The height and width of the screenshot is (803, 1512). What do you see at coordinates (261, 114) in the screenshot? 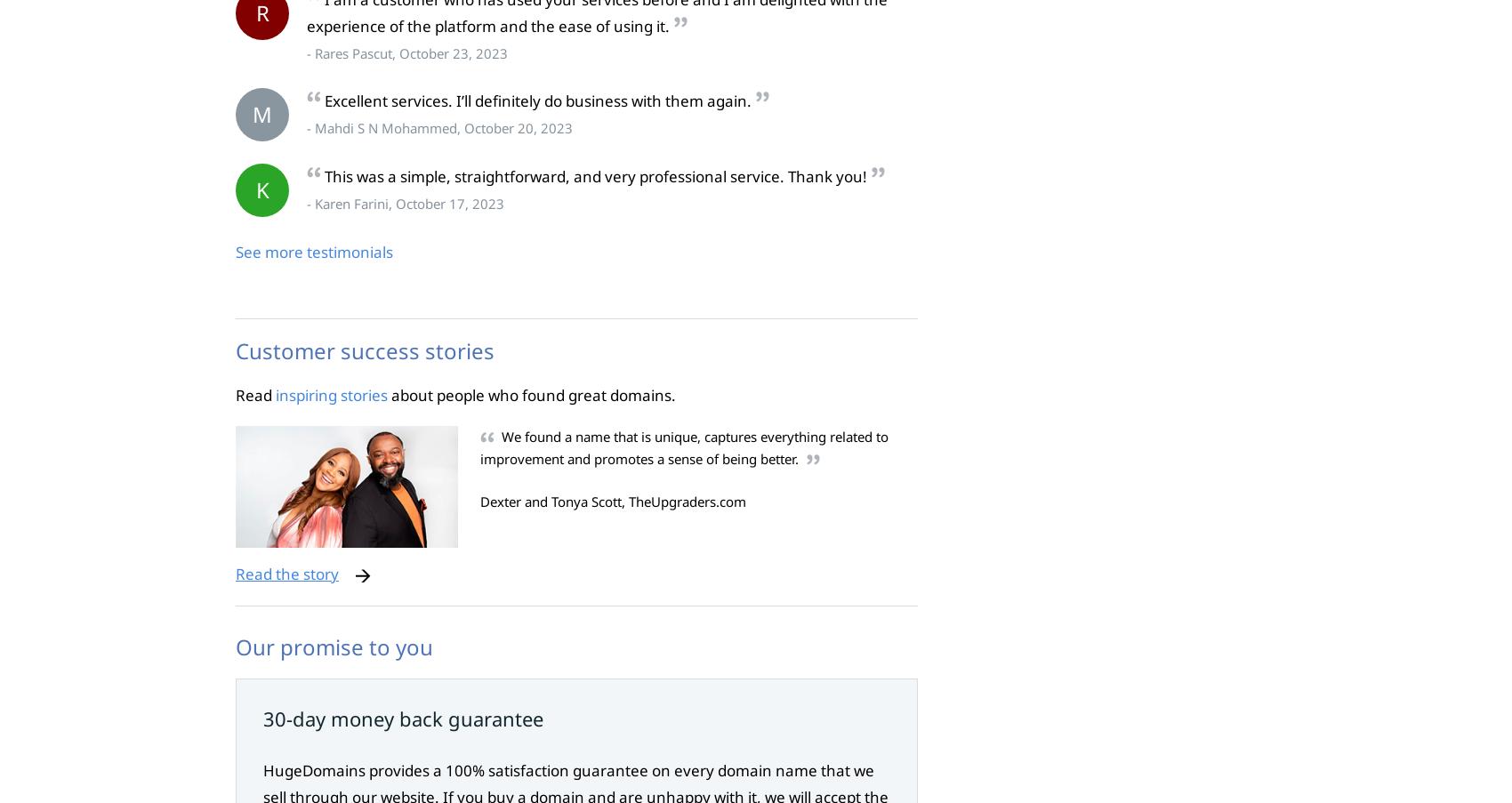
I see `'M'` at bounding box center [261, 114].